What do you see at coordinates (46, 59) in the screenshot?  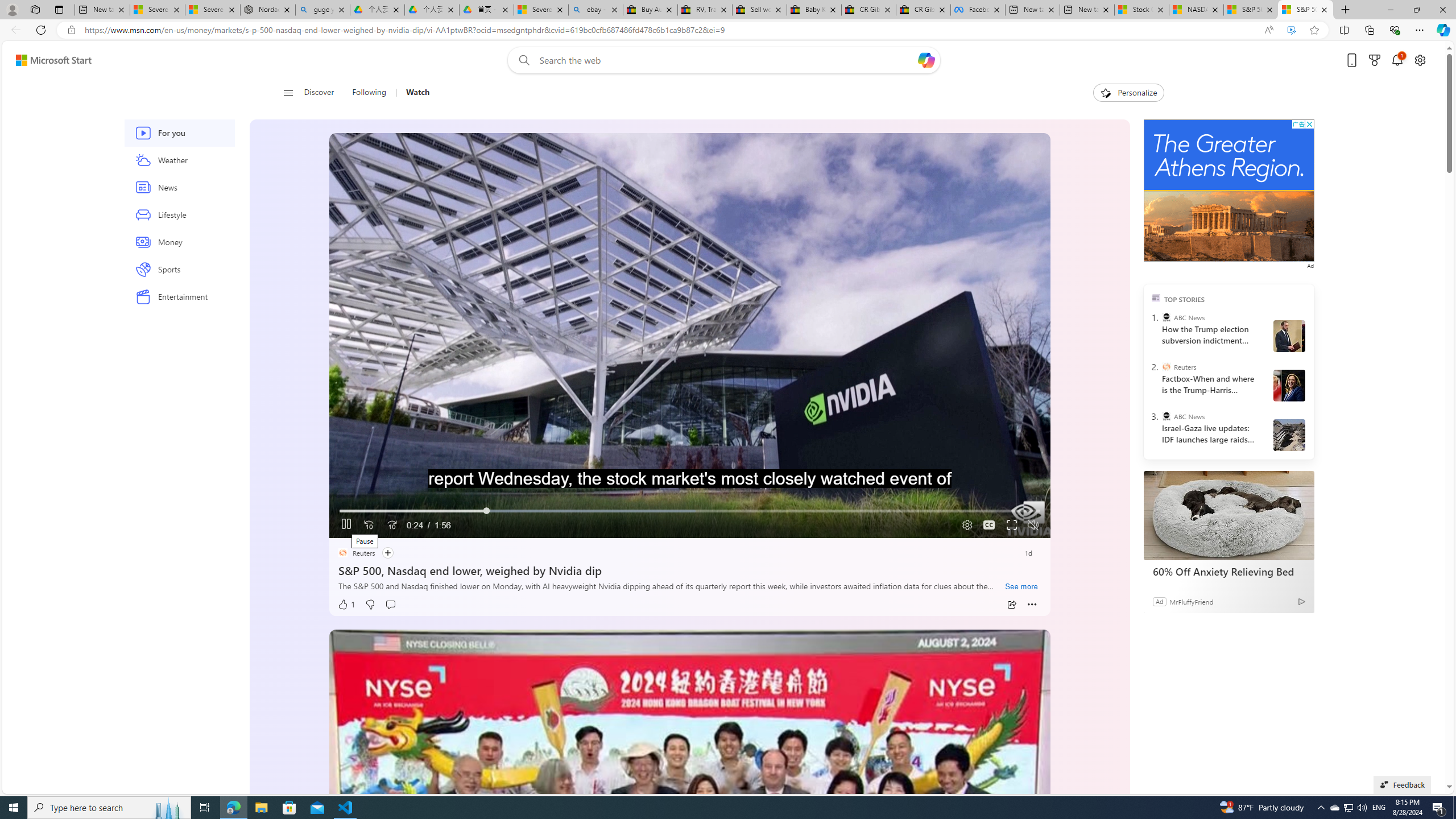 I see `'Skip to footer'` at bounding box center [46, 59].